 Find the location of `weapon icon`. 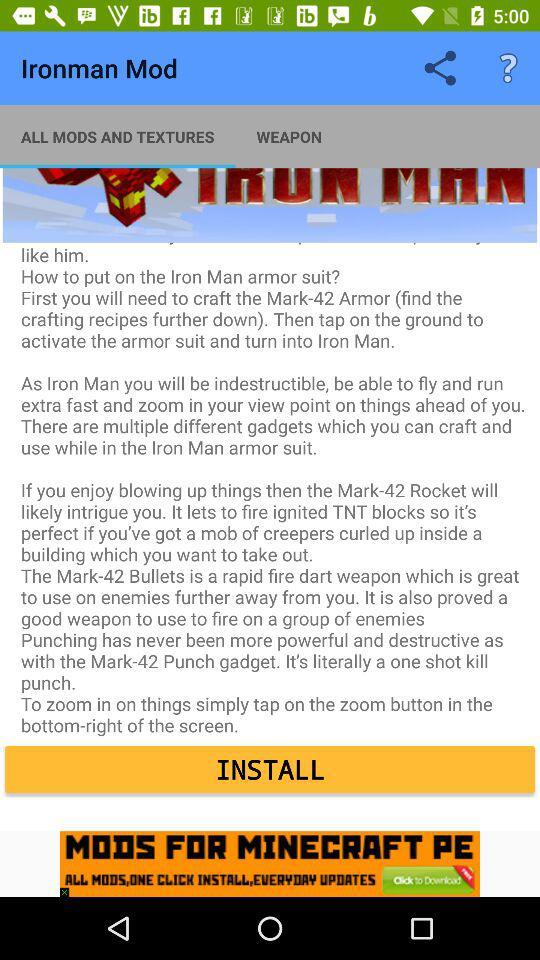

weapon icon is located at coordinates (288, 135).